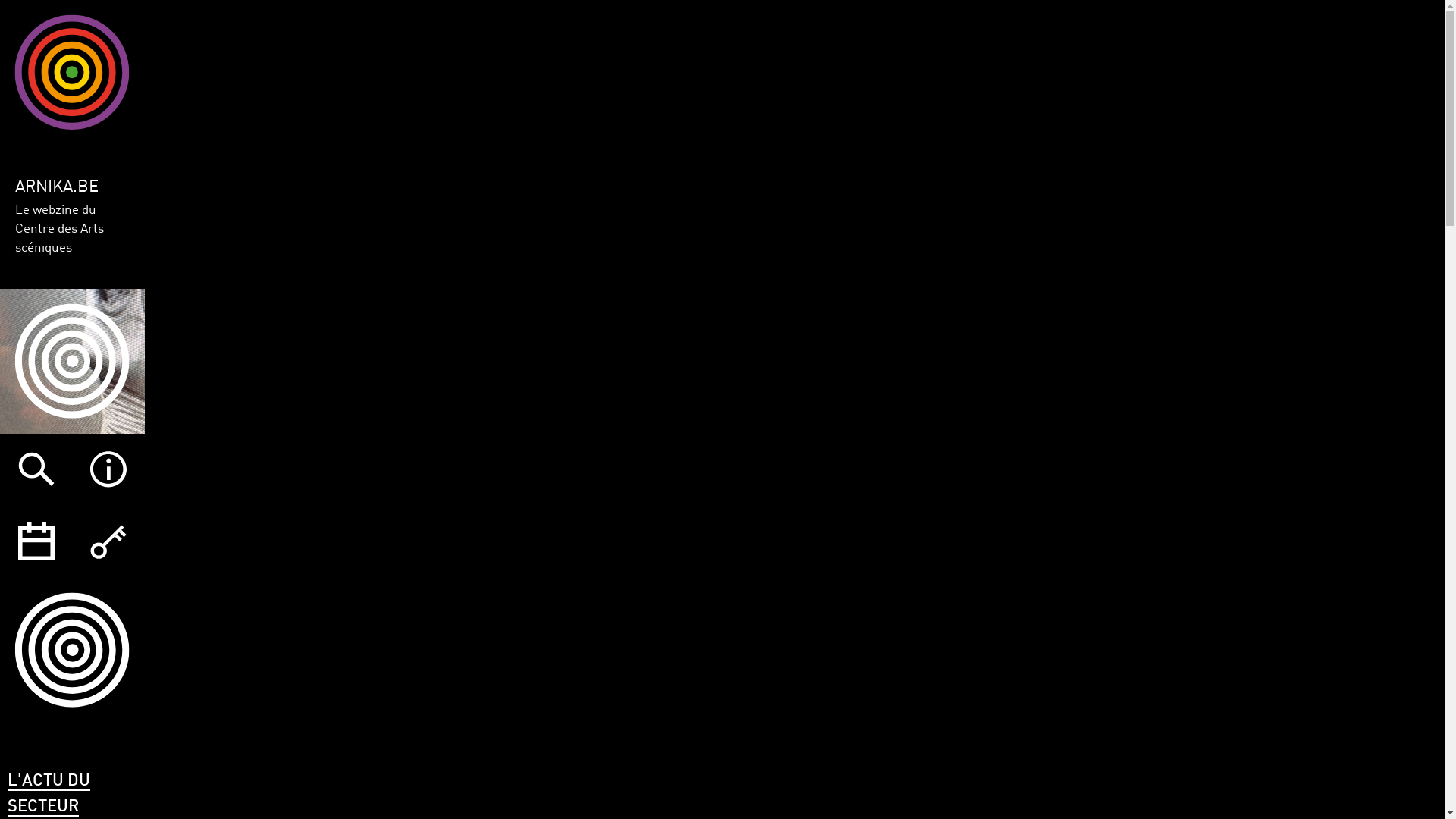 The width and height of the screenshot is (1456, 819). What do you see at coordinates (36, 469) in the screenshot?
I see `'Recherche'` at bounding box center [36, 469].